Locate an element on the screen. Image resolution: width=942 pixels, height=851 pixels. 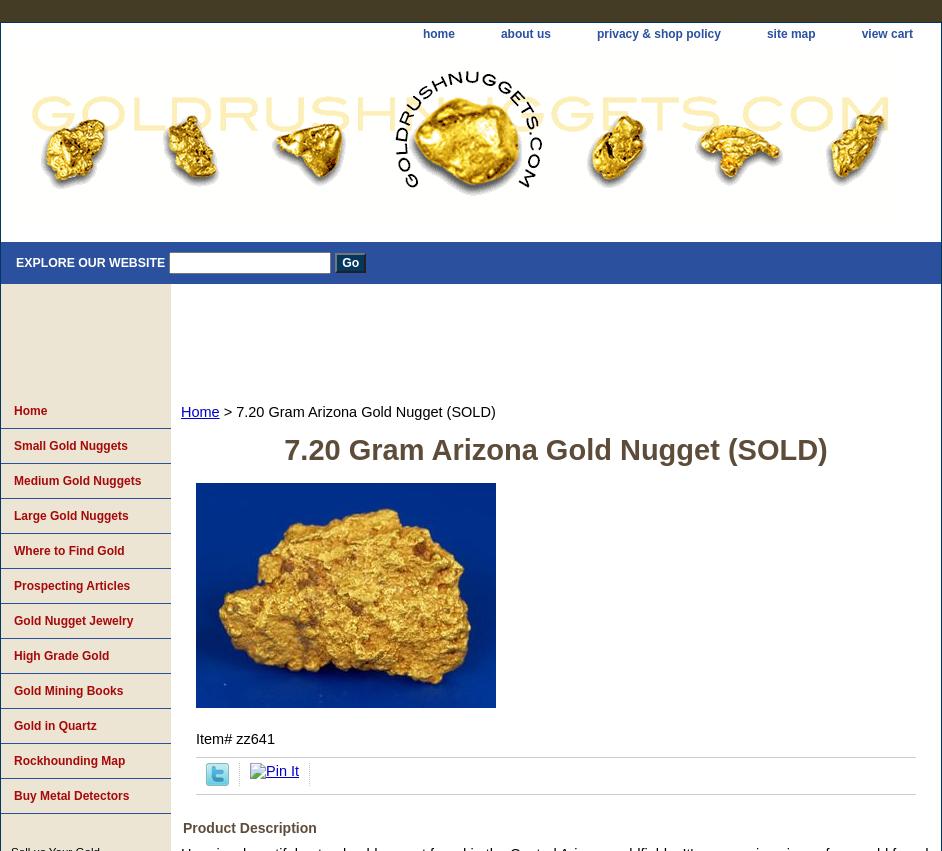
'> 7.20 Gram Arizona Gold Nugget (SOLD)' is located at coordinates (356, 410).